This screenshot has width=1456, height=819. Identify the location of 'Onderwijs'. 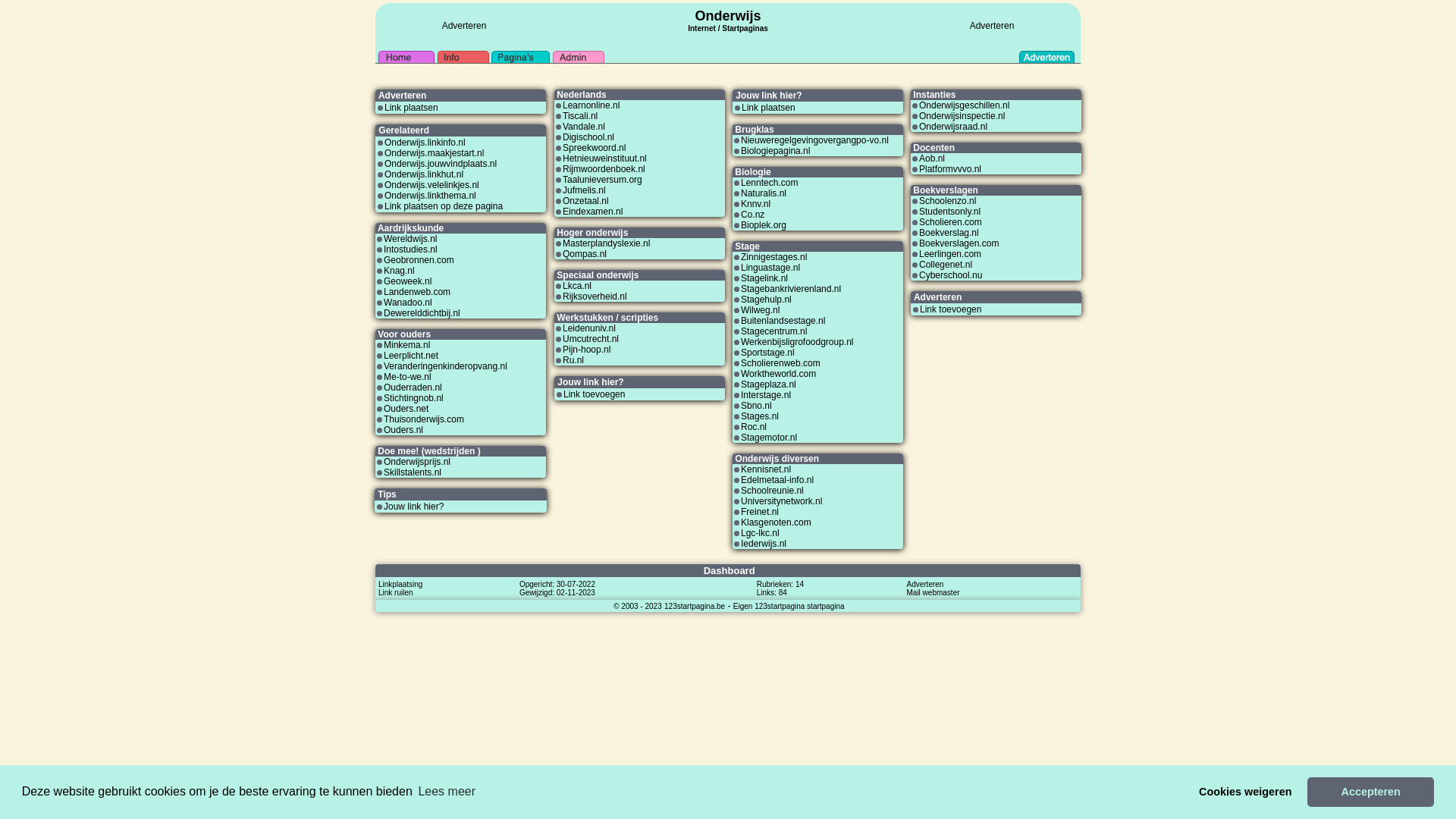
(694, 15).